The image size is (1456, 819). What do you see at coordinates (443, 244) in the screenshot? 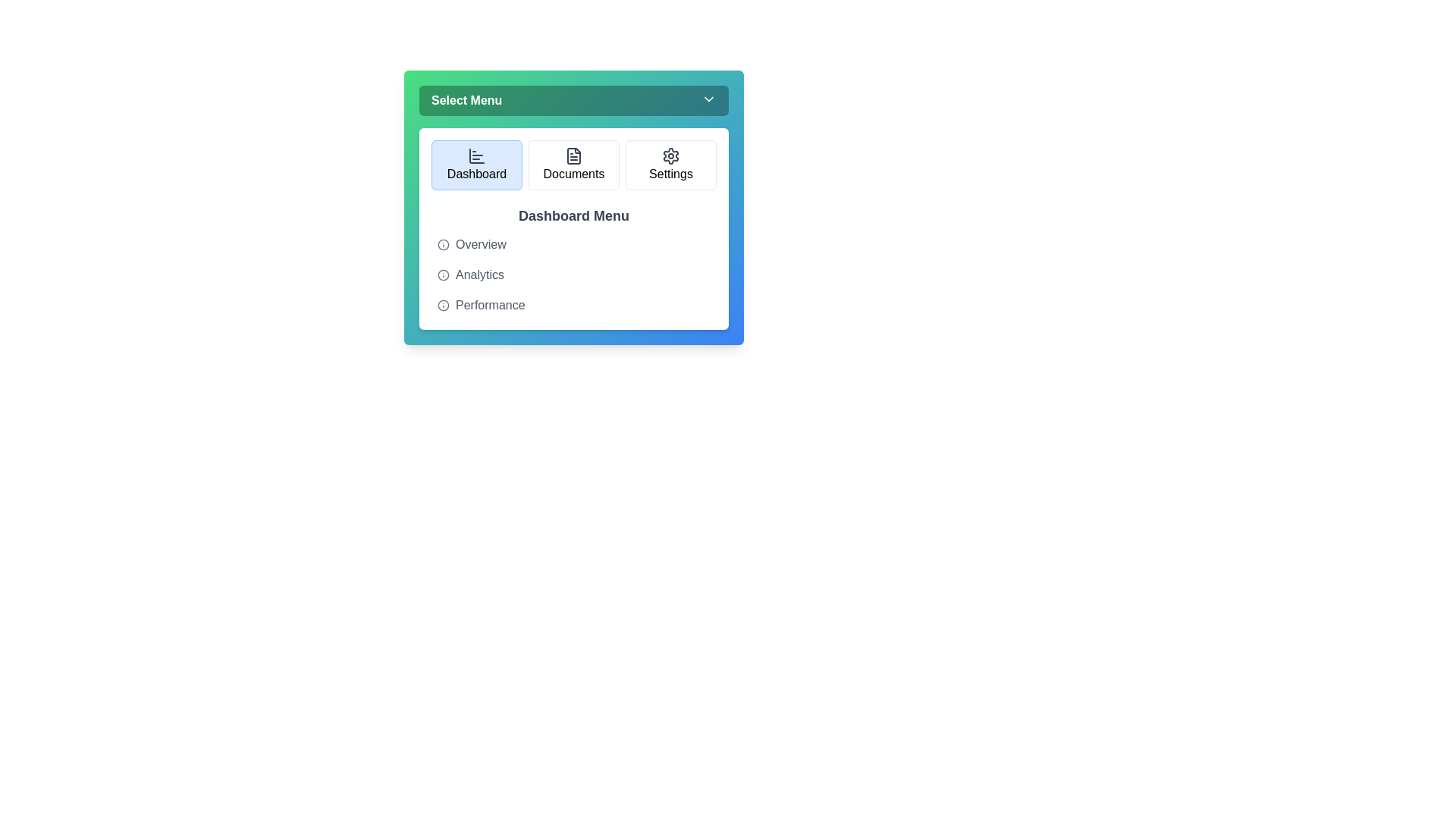
I see `the informational icon, which is a round, outlined icon with an inner 'i' shape located in the 'Overview' menu item of the Dashboard Menu` at bounding box center [443, 244].